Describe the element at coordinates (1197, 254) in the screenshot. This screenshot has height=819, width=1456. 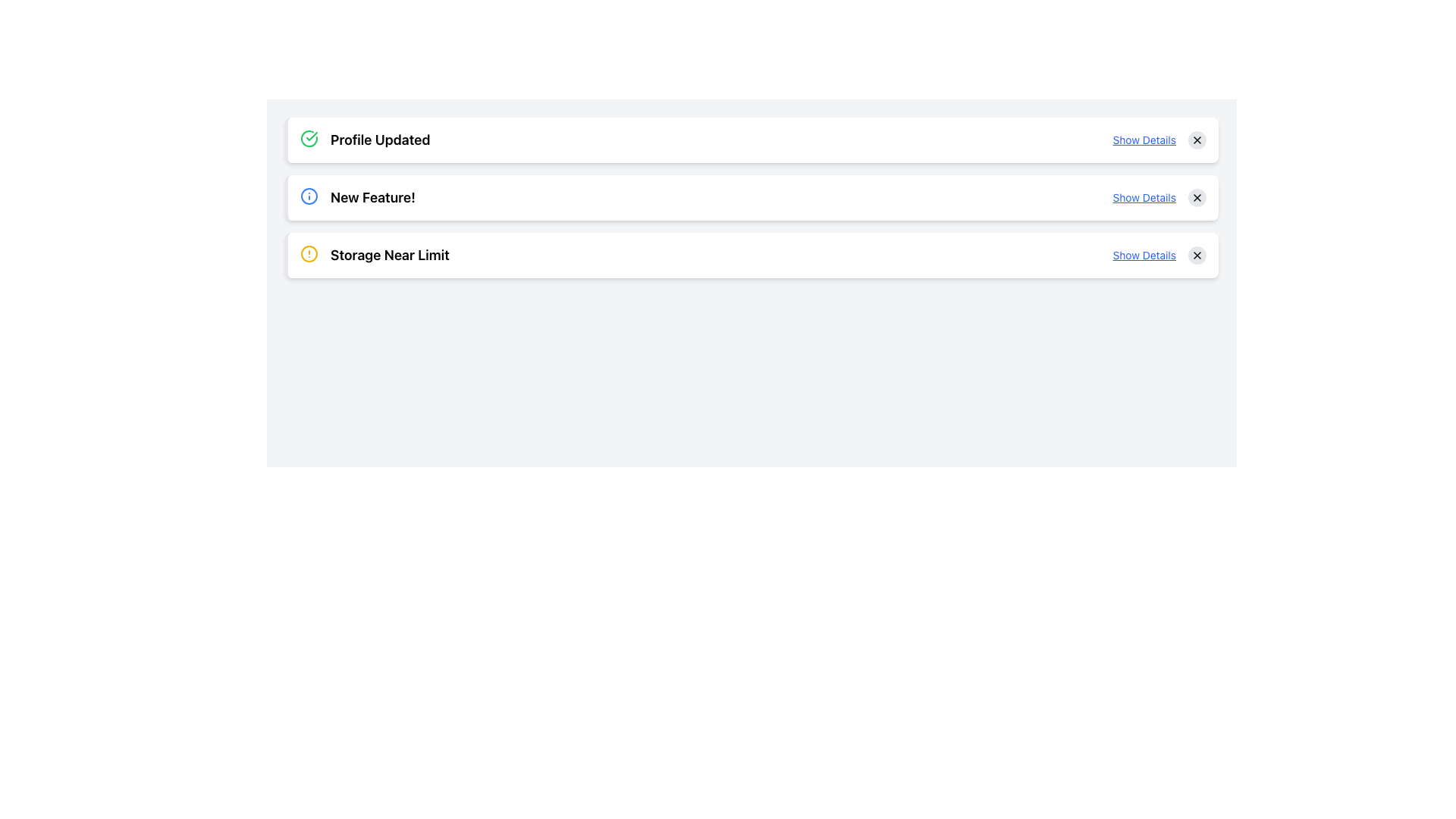
I see `the dismiss button located on the far right of the 'Storage Near Limit' row, adjacent to the 'Show Details' text` at that location.